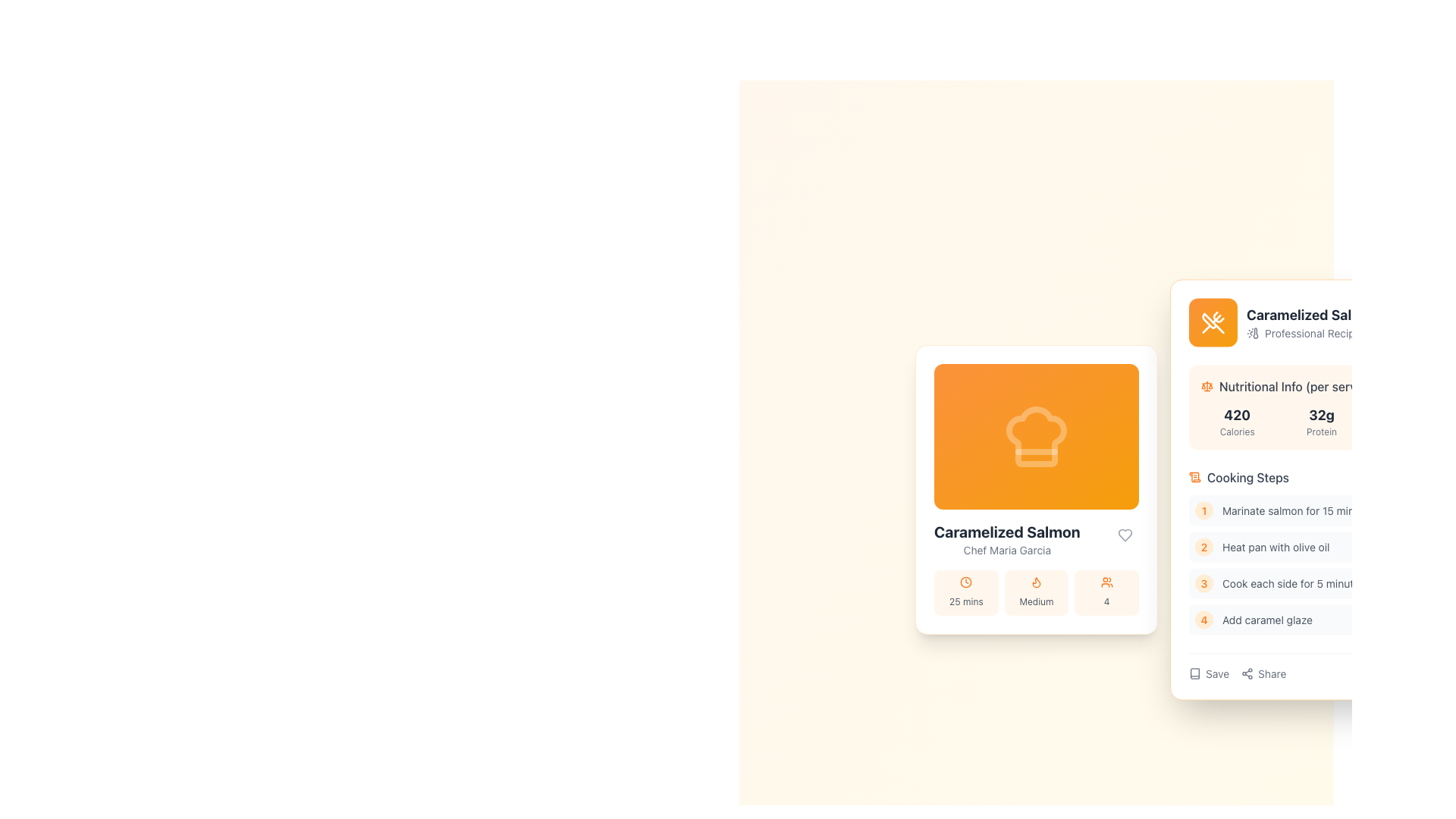 Image resolution: width=1456 pixels, height=819 pixels. I want to click on the descriptive text label beneath the title 'Caramelized Salmon', so click(1313, 332).